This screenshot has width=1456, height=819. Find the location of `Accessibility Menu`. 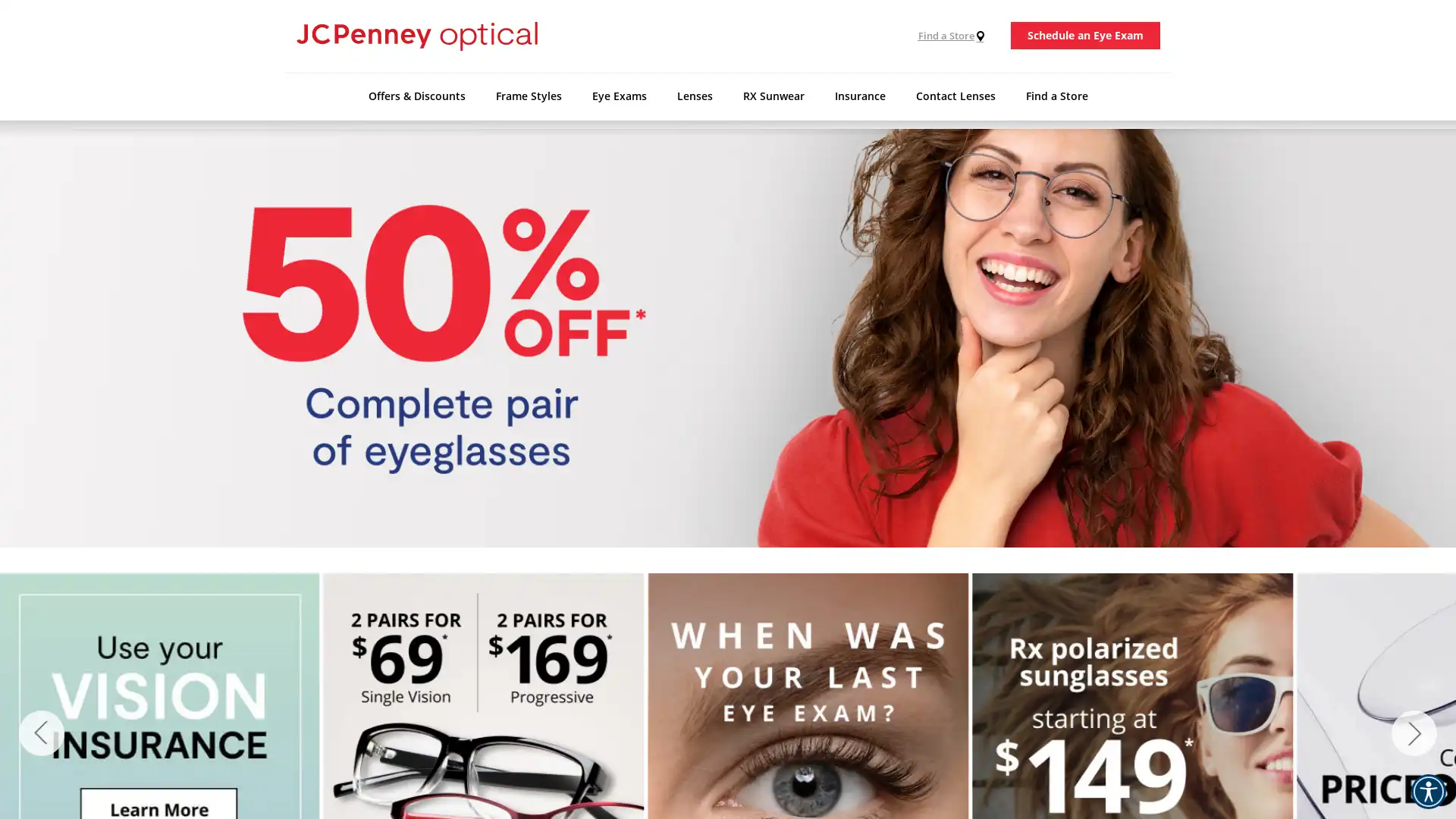

Accessibility Menu is located at coordinates (1427, 791).